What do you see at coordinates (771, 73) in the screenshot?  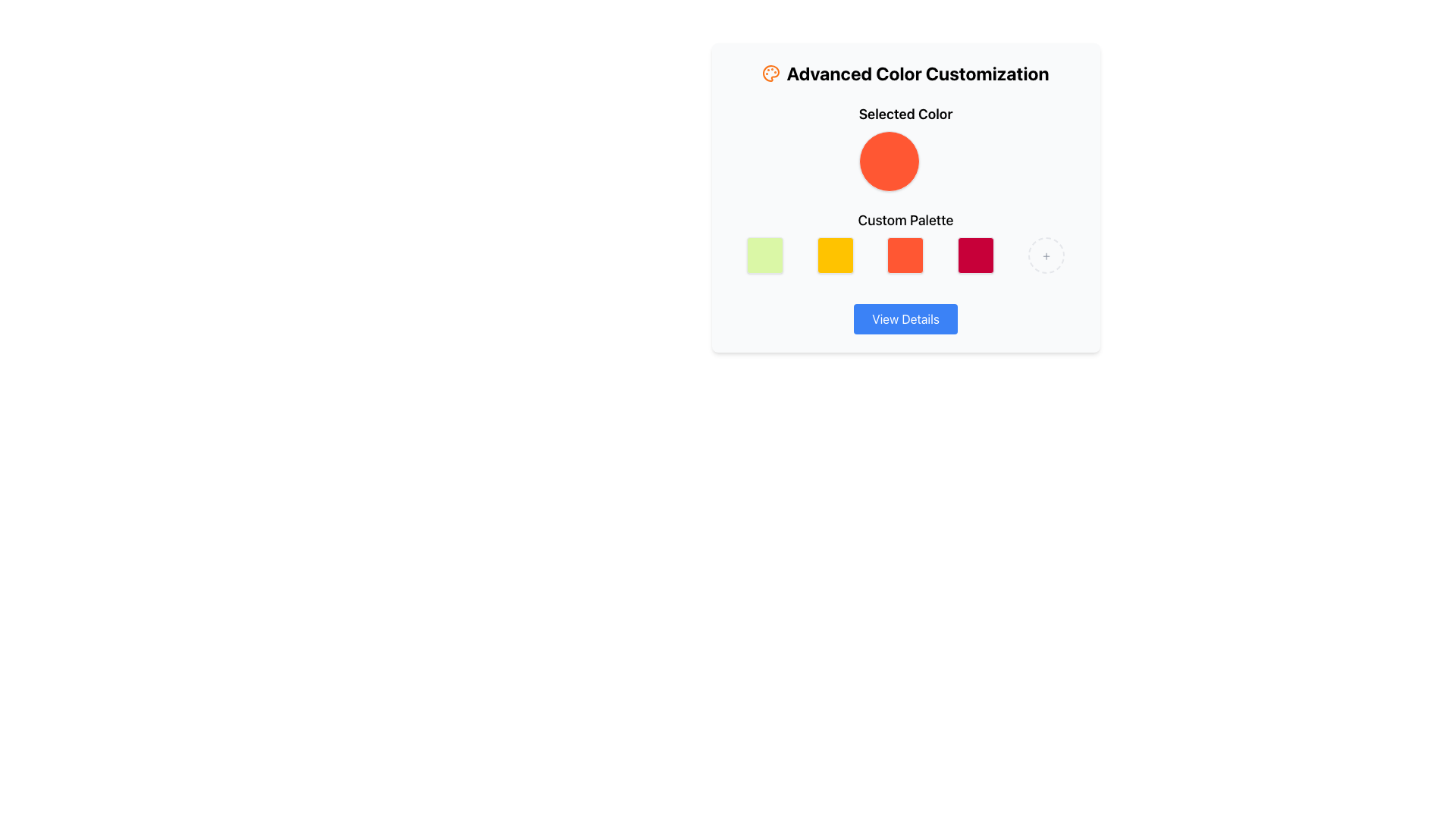 I see `the decorative icon representing artistic or color-customization functionalities, which is located to the left of the text 'Advanced Color Customization'` at bounding box center [771, 73].